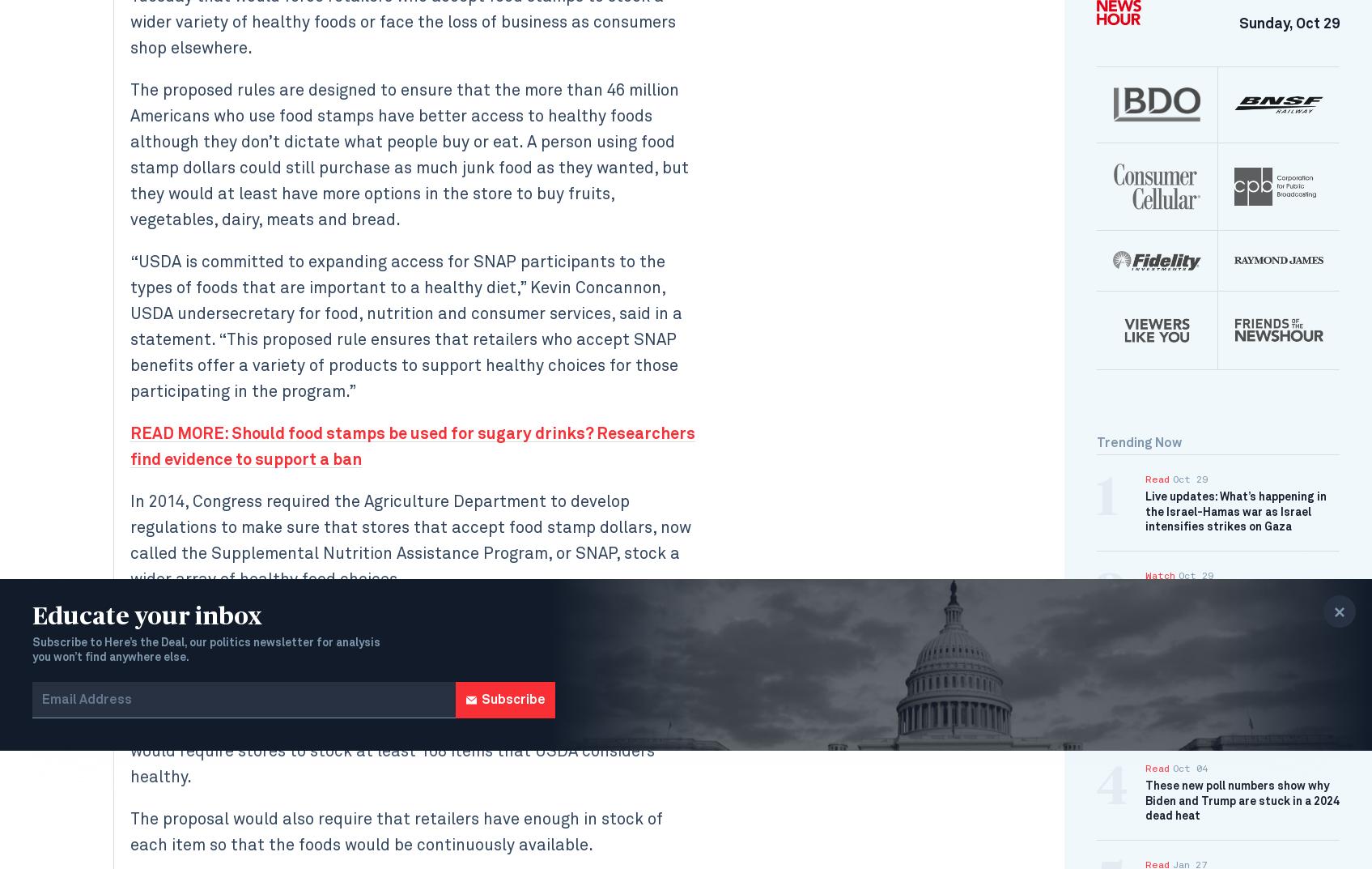 This screenshot has height=869, width=1372. Describe the element at coordinates (1240, 607) in the screenshot. I see `'Why pharmacy workers are going on strike amid widespread store closures'` at that location.